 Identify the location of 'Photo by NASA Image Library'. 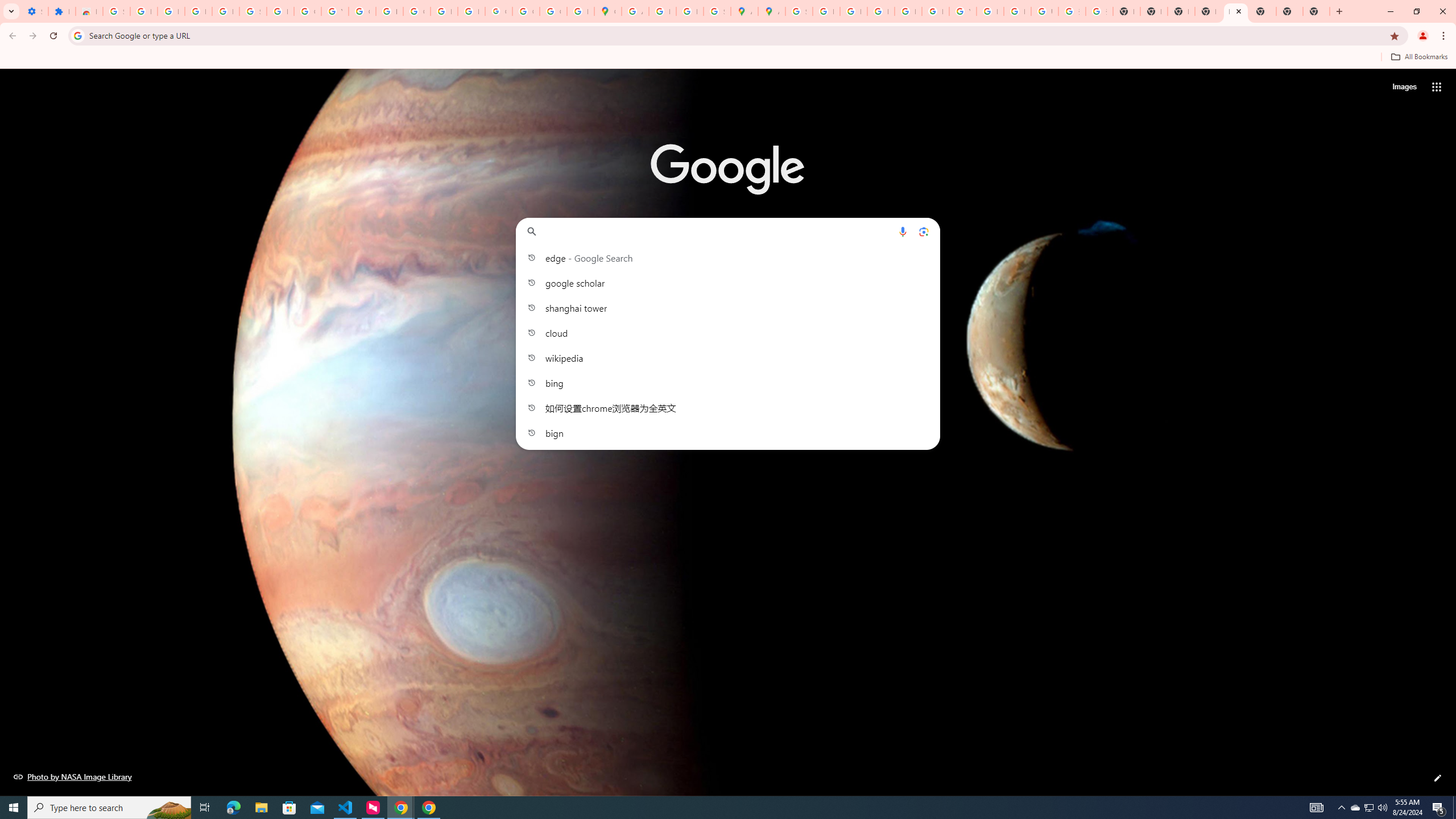
(72, 776).